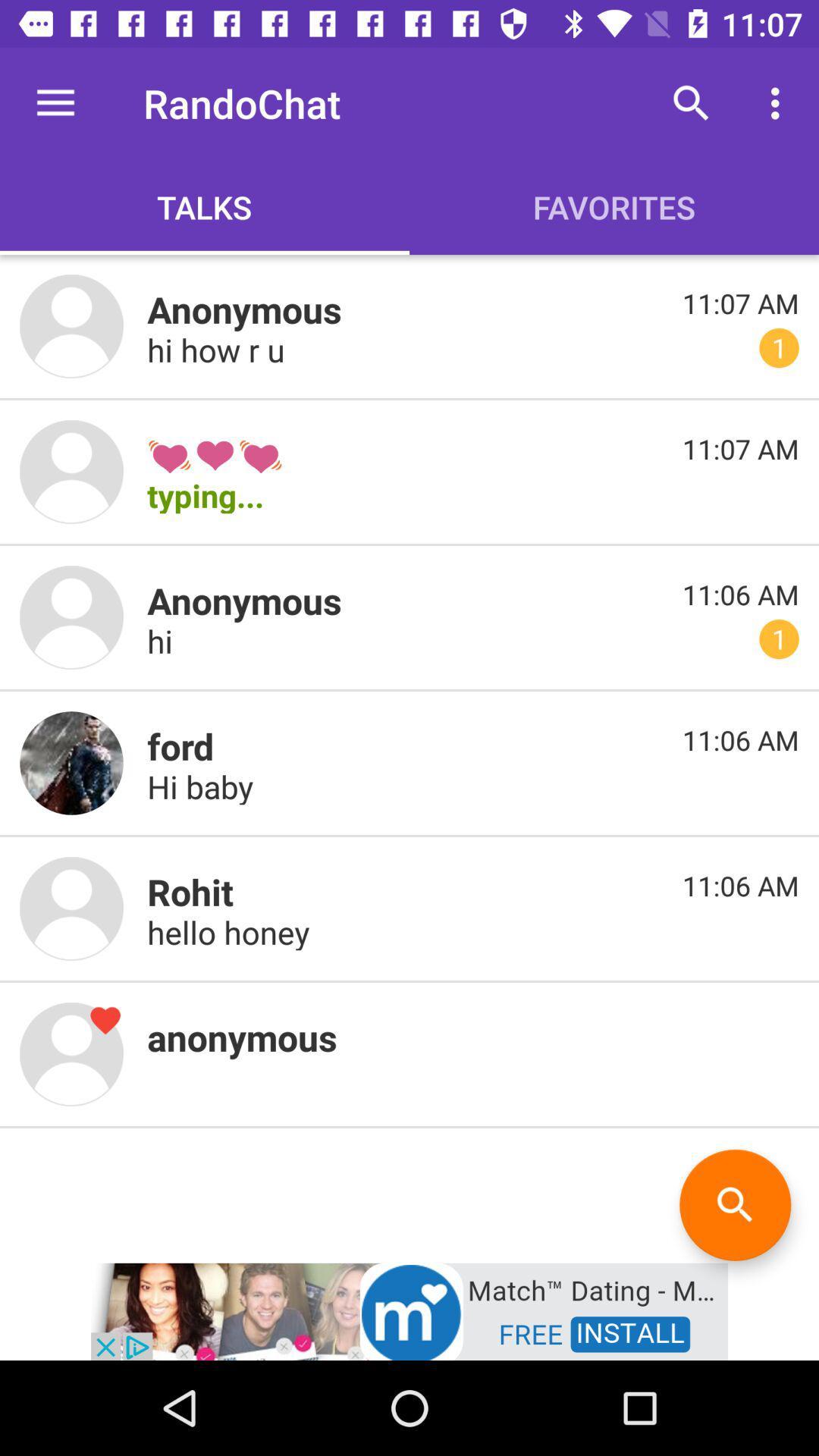  I want to click on anonymous, so click(71, 1053).